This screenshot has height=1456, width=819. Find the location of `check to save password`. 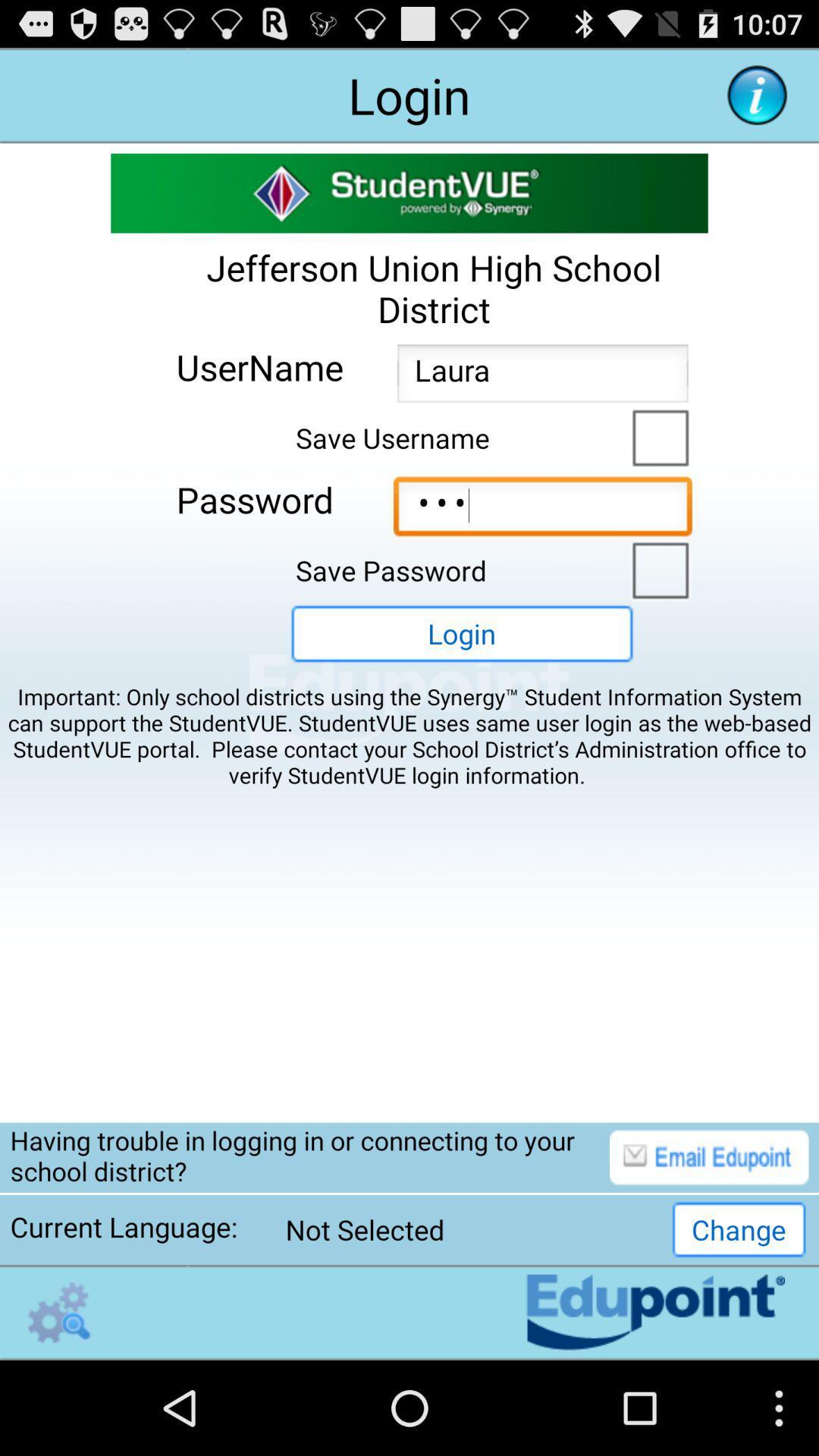

check to save password is located at coordinates (656, 568).